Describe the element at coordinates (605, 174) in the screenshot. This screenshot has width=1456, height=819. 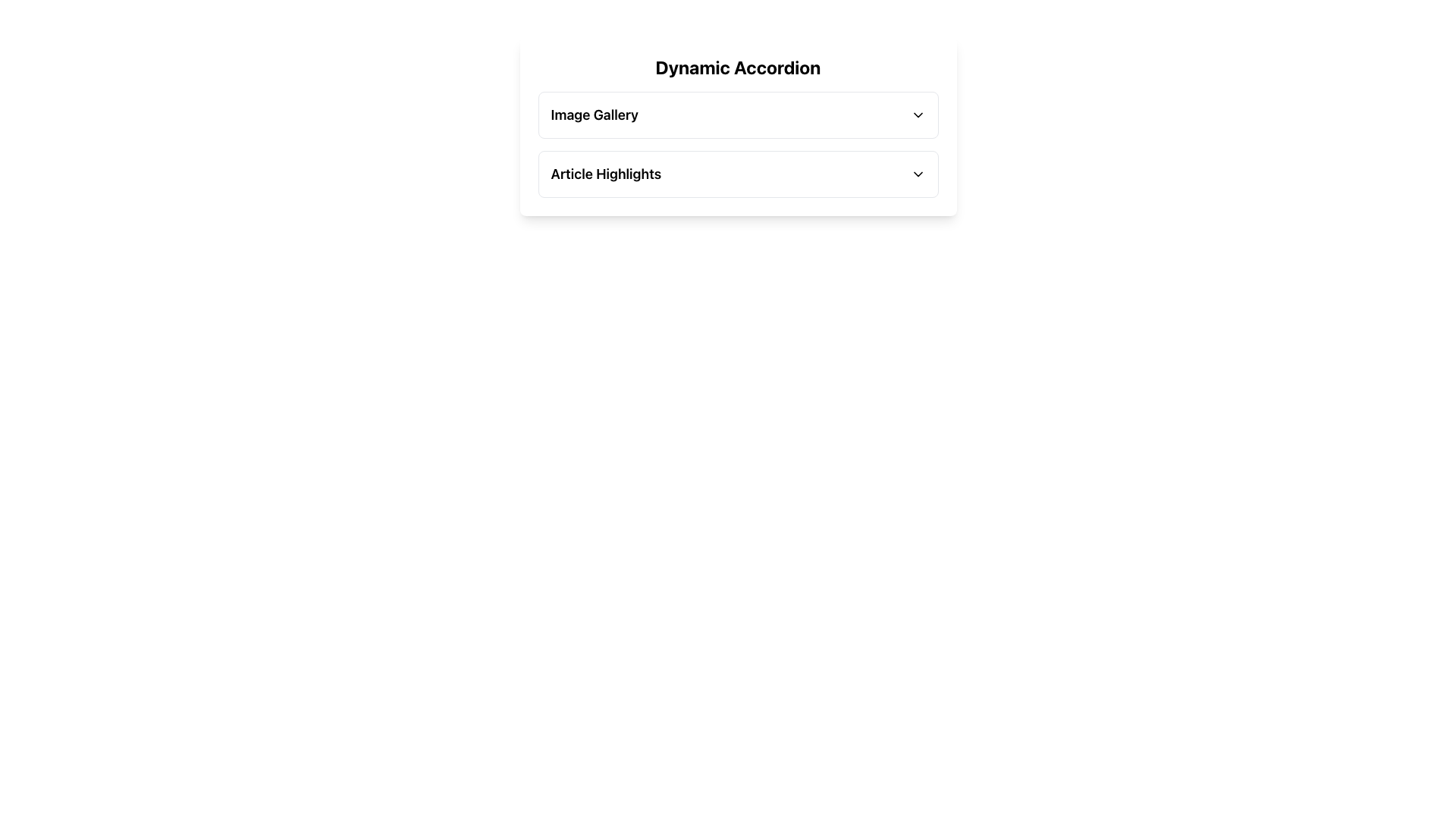
I see `the 'Article Highlights' text label, which is a large bold text in black color located in the second section of an accordion interface, next to a chevron-down icon` at that location.